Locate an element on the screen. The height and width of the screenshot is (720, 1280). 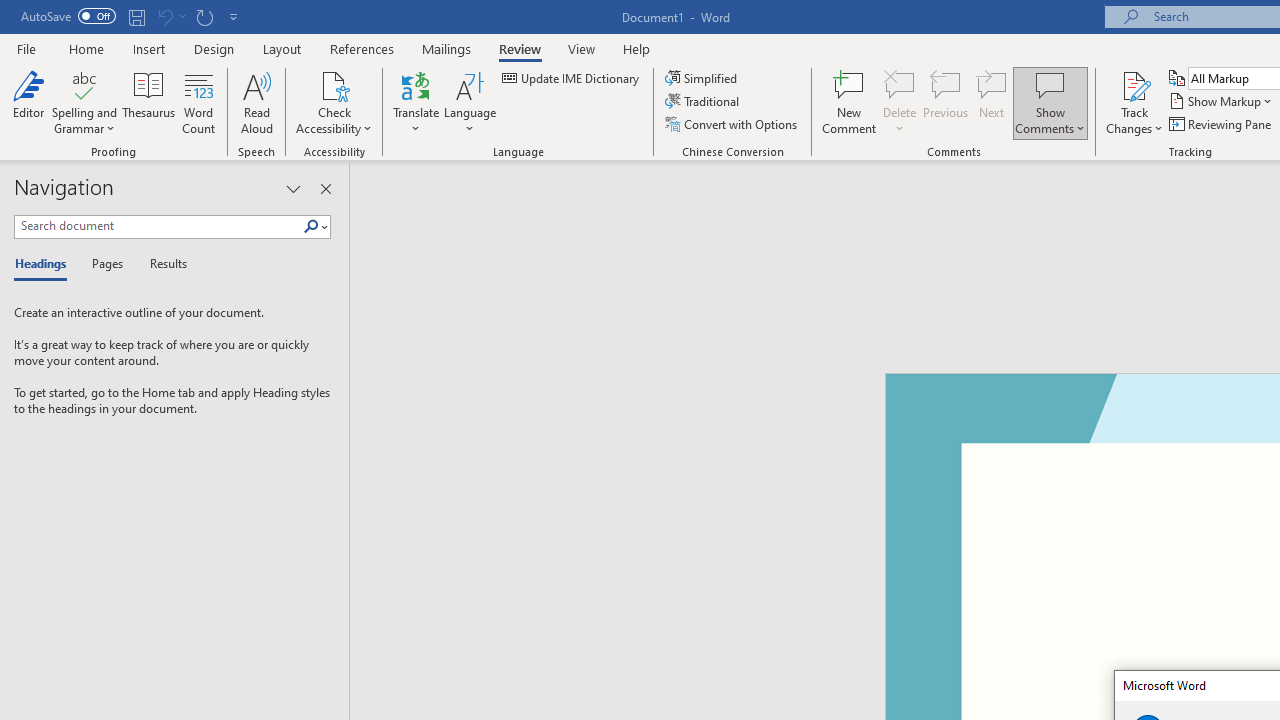
'Track Changes' is located at coordinates (1134, 103).